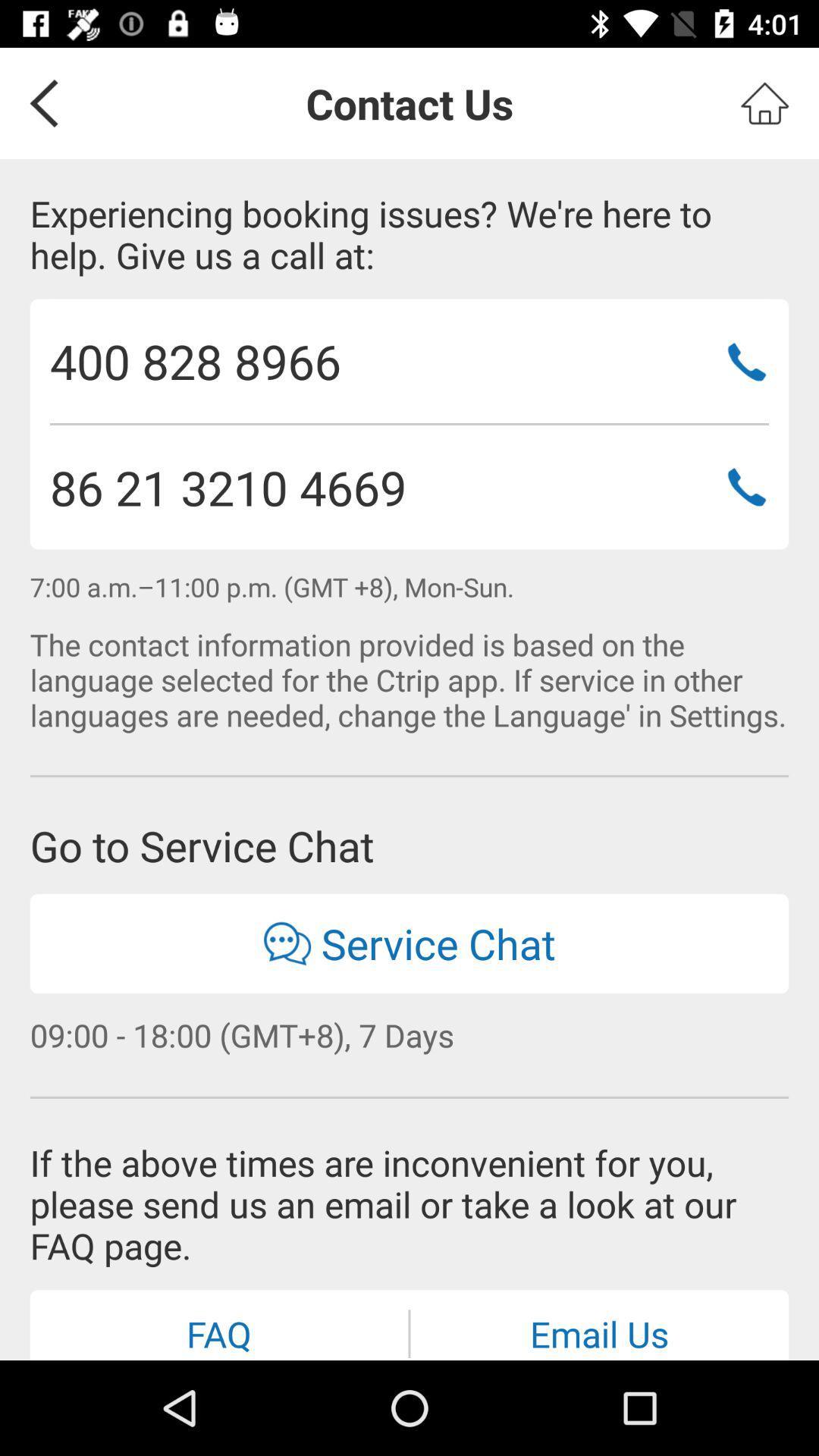  I want to click on item above the experiencing booking issues icon, so click(764, 102).